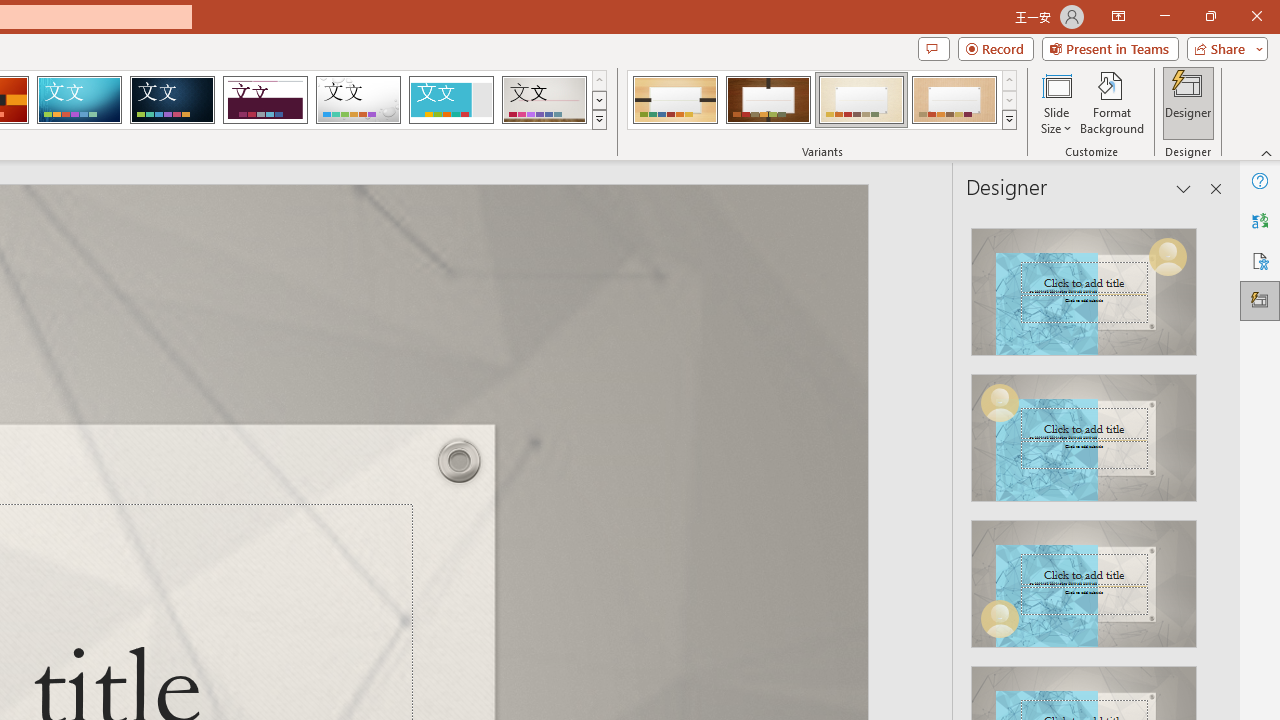  I want to click on 'Droplet', so click(358, 100).